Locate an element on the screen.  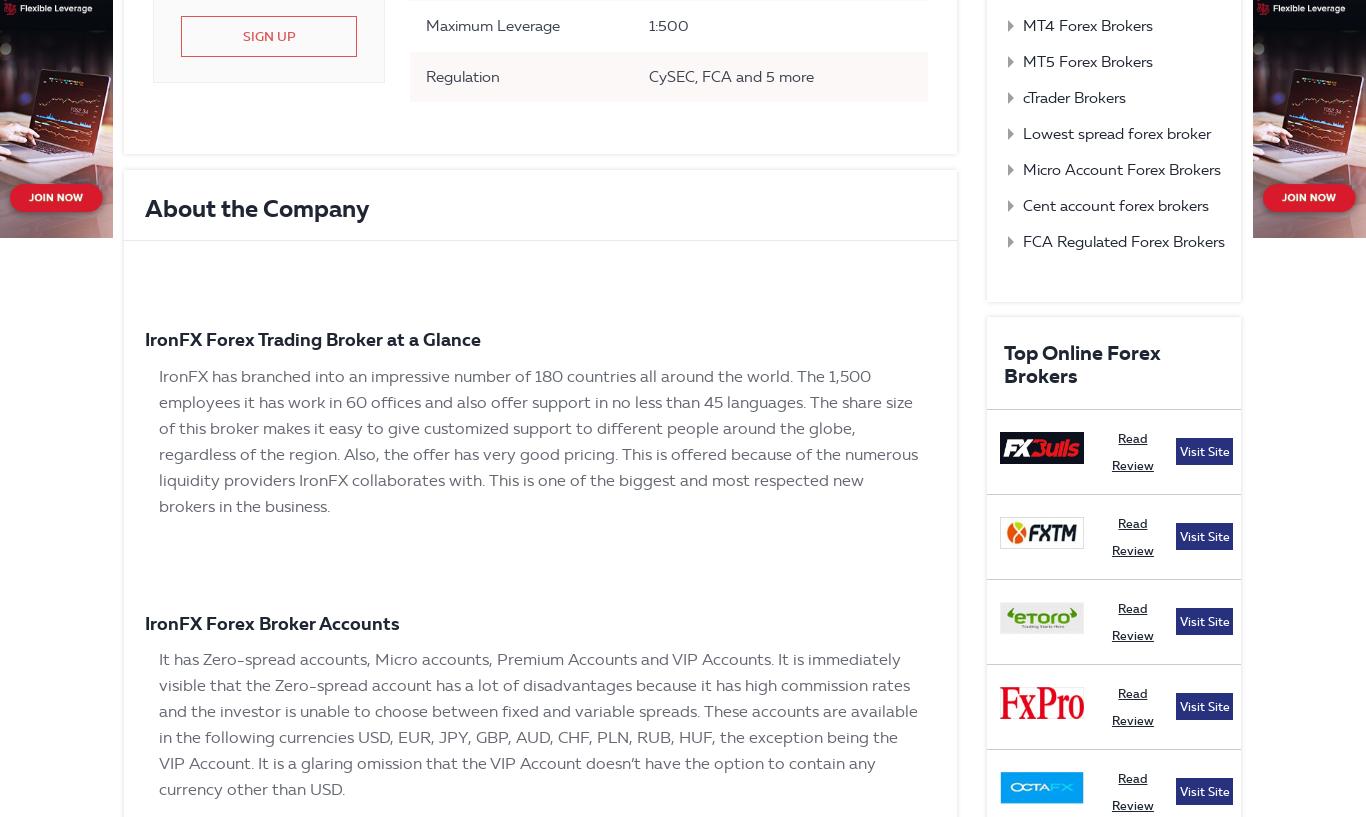
'MT5 Forex Brokers' is located at coordinates (1086, 60).